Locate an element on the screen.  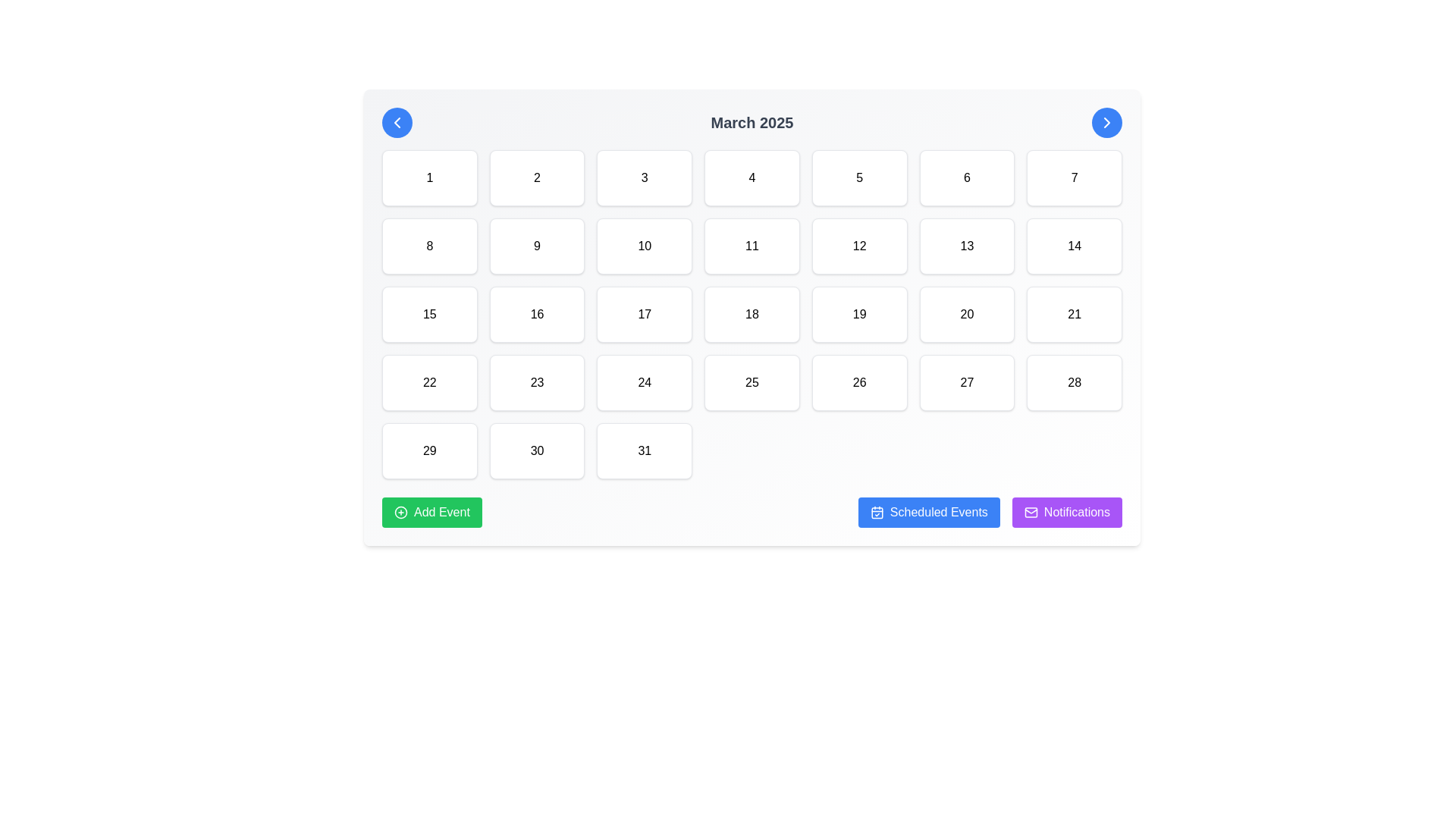
the calendar date cell representing the 23rd of the month, which has a white background and displays the number '23' in black text is located at coordinates (537, 382).